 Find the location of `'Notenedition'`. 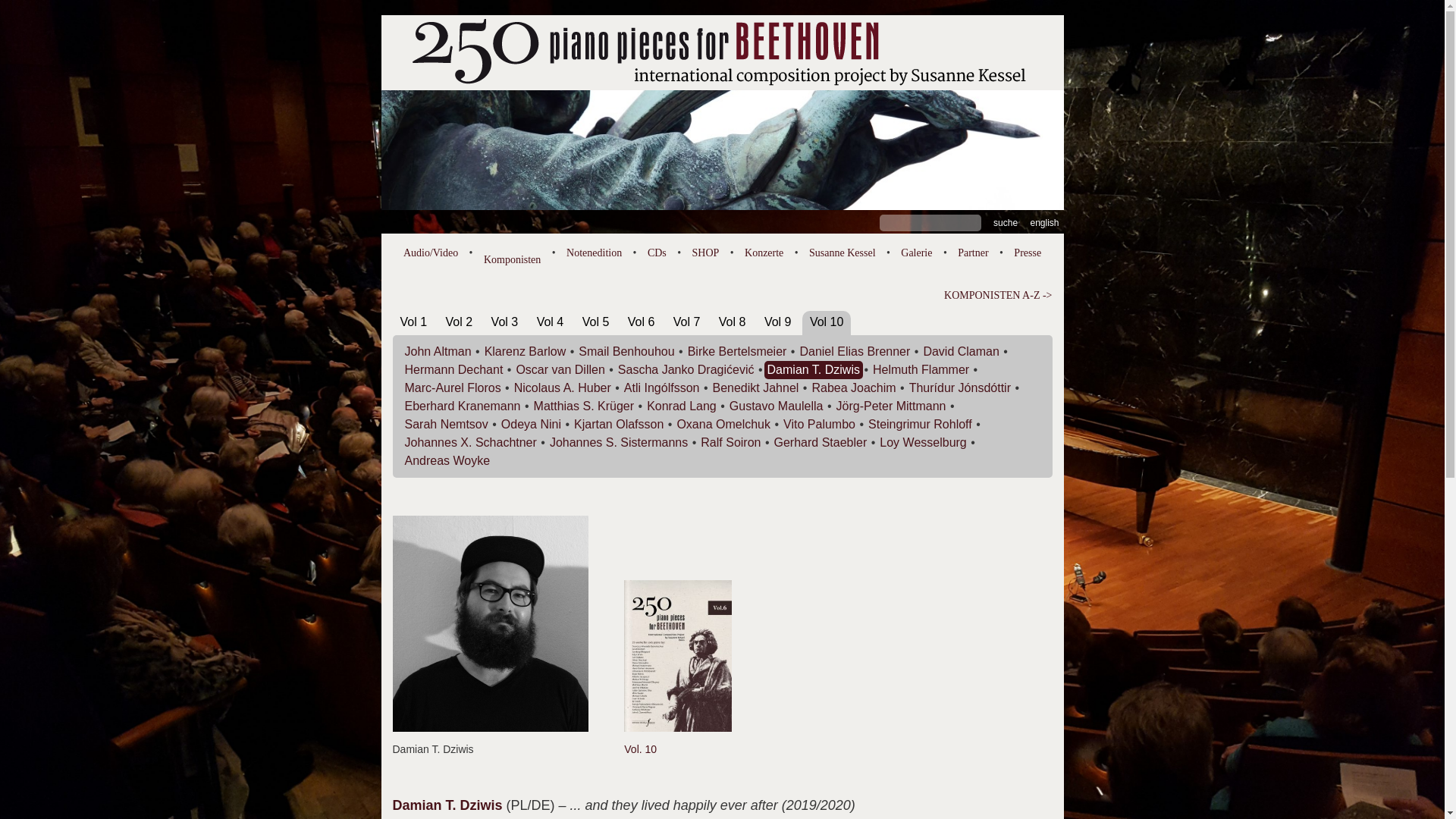

'Notenedition' is located at coordinates (593, 252).